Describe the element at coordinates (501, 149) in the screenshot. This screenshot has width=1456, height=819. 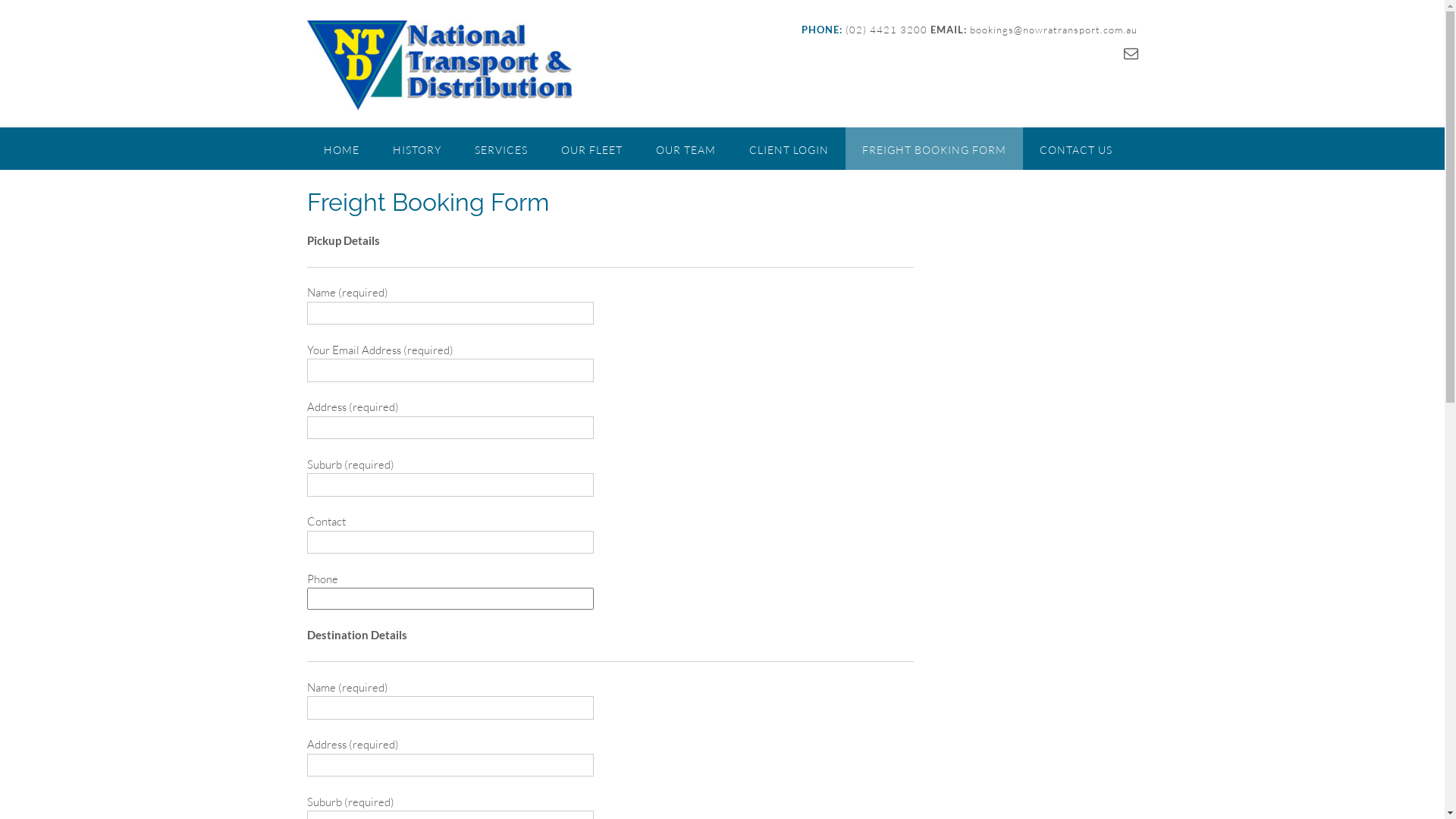
I see `'SERVICES'` at that location.